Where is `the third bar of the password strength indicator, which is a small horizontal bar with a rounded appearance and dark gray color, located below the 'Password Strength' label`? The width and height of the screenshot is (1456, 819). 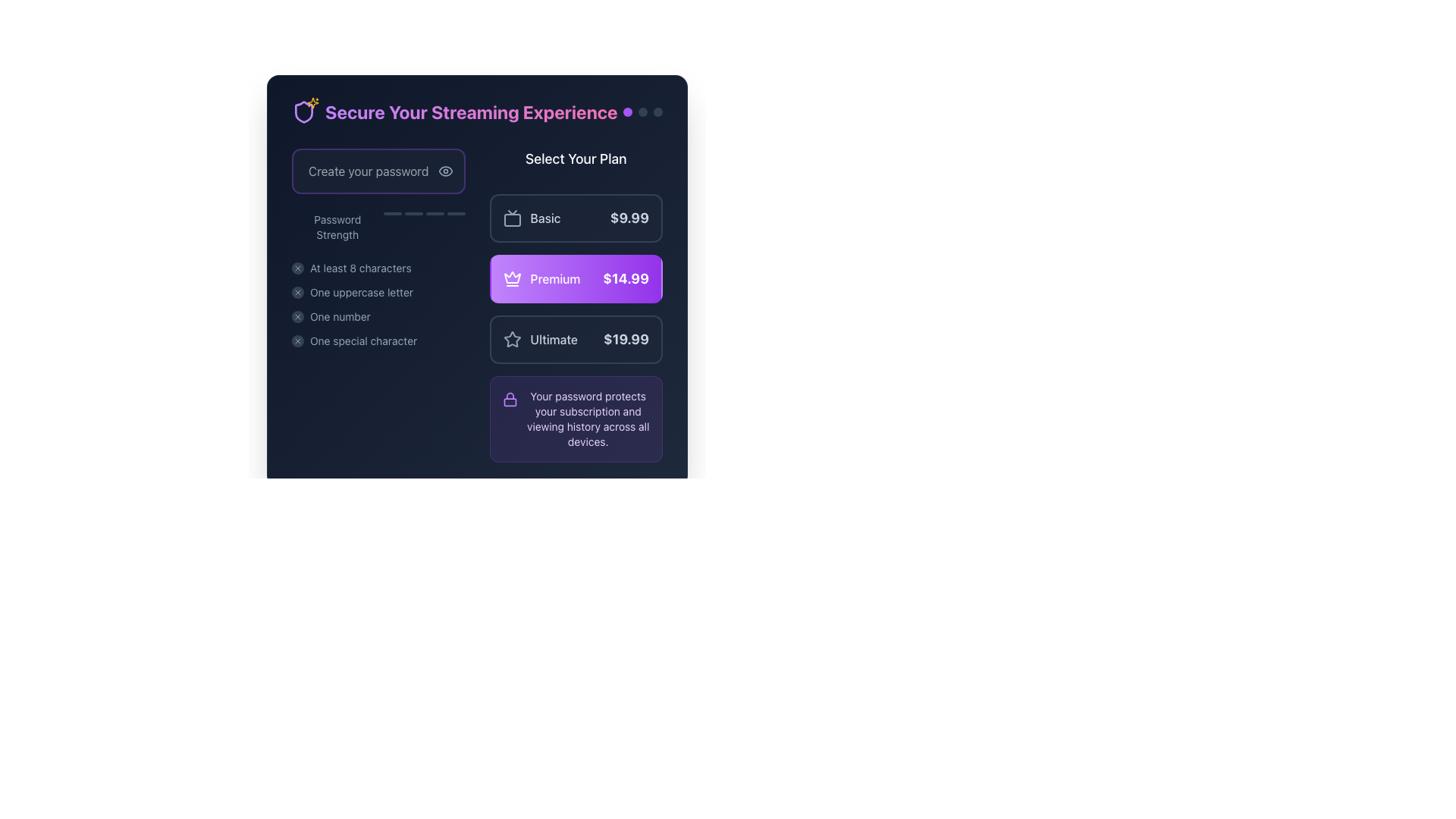 the third bar of the password strength indicator, which is a small horizontal bar with a rounded appearance and dark gray color, located below the 'Password Strength' label is located at coordinates (434, 213).